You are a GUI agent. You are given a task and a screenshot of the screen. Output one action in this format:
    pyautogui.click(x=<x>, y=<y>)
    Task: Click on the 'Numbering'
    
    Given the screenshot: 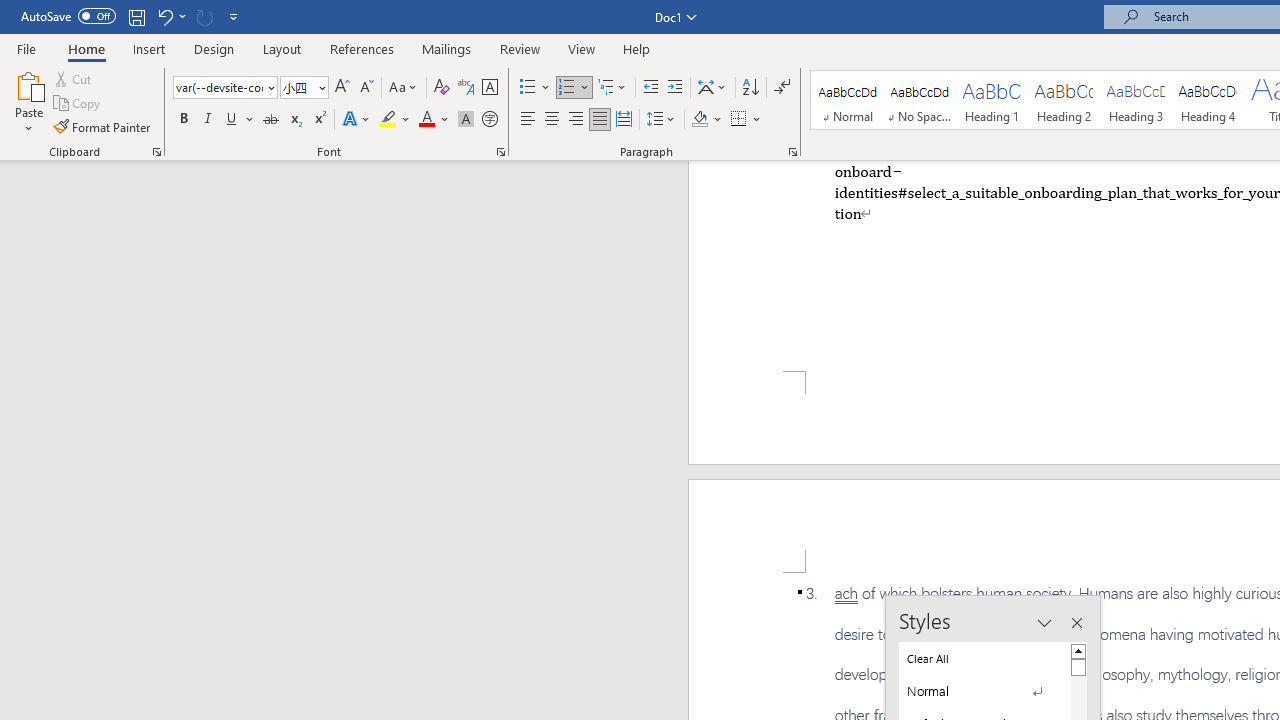 What is the action you would take?
    pyautogui.click(x=566, y=86)
    